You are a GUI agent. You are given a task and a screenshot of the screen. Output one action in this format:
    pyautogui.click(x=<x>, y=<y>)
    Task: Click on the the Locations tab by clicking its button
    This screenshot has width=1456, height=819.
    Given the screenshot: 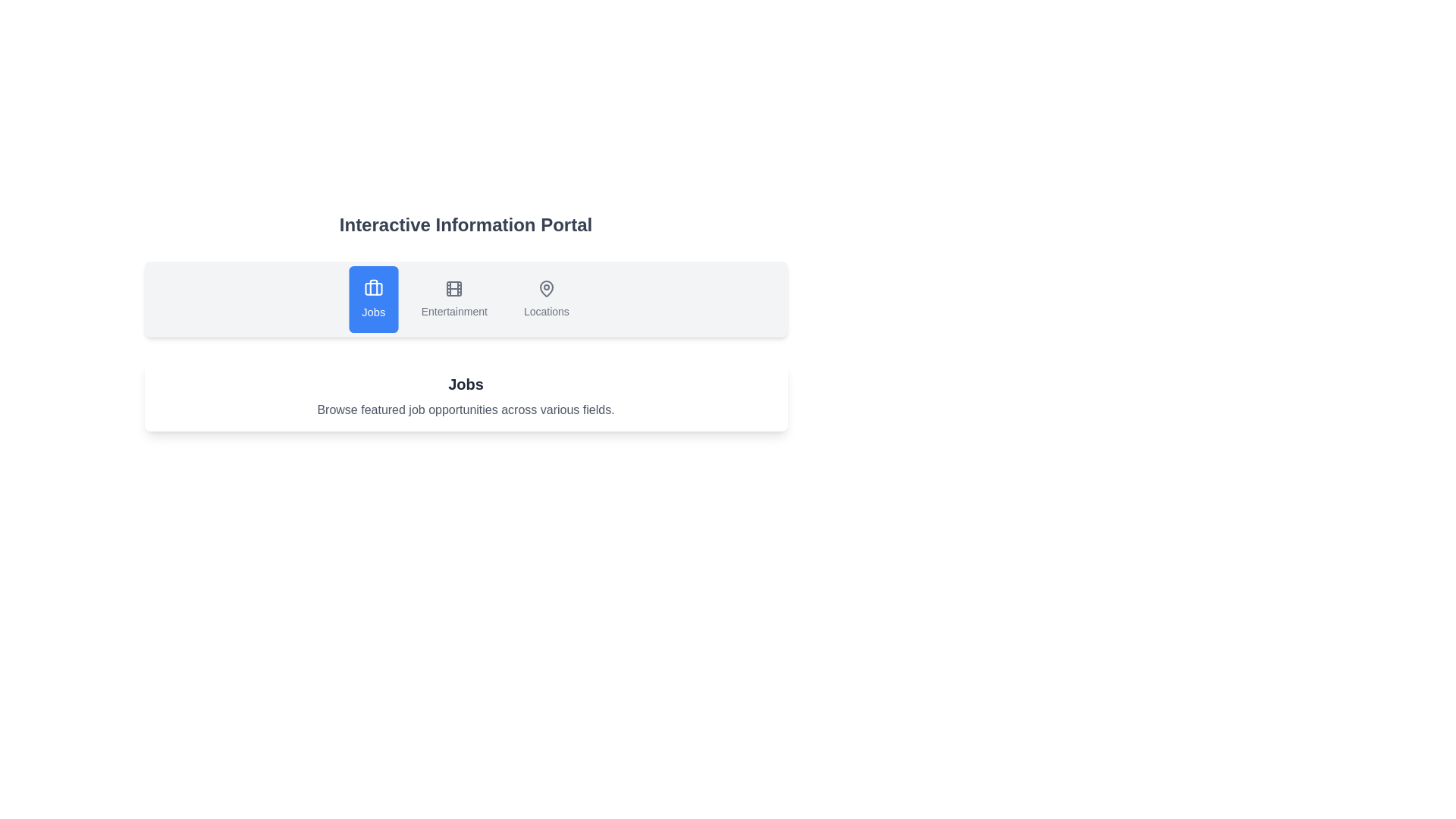 What is the action you would take?
    pyautogui.click(x=546, y=299)
    